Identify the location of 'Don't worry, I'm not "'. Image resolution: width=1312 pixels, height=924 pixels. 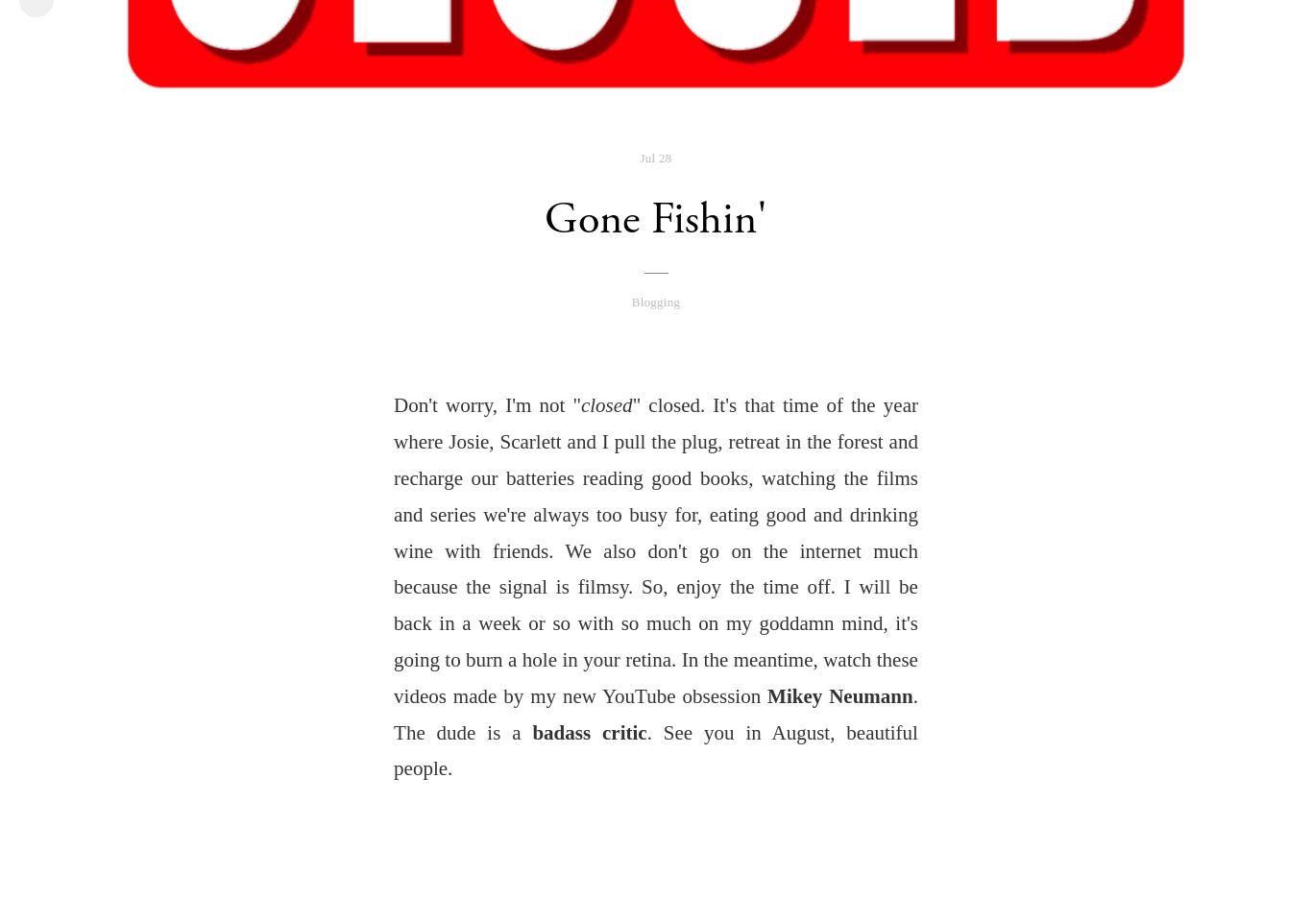
(487, 404).